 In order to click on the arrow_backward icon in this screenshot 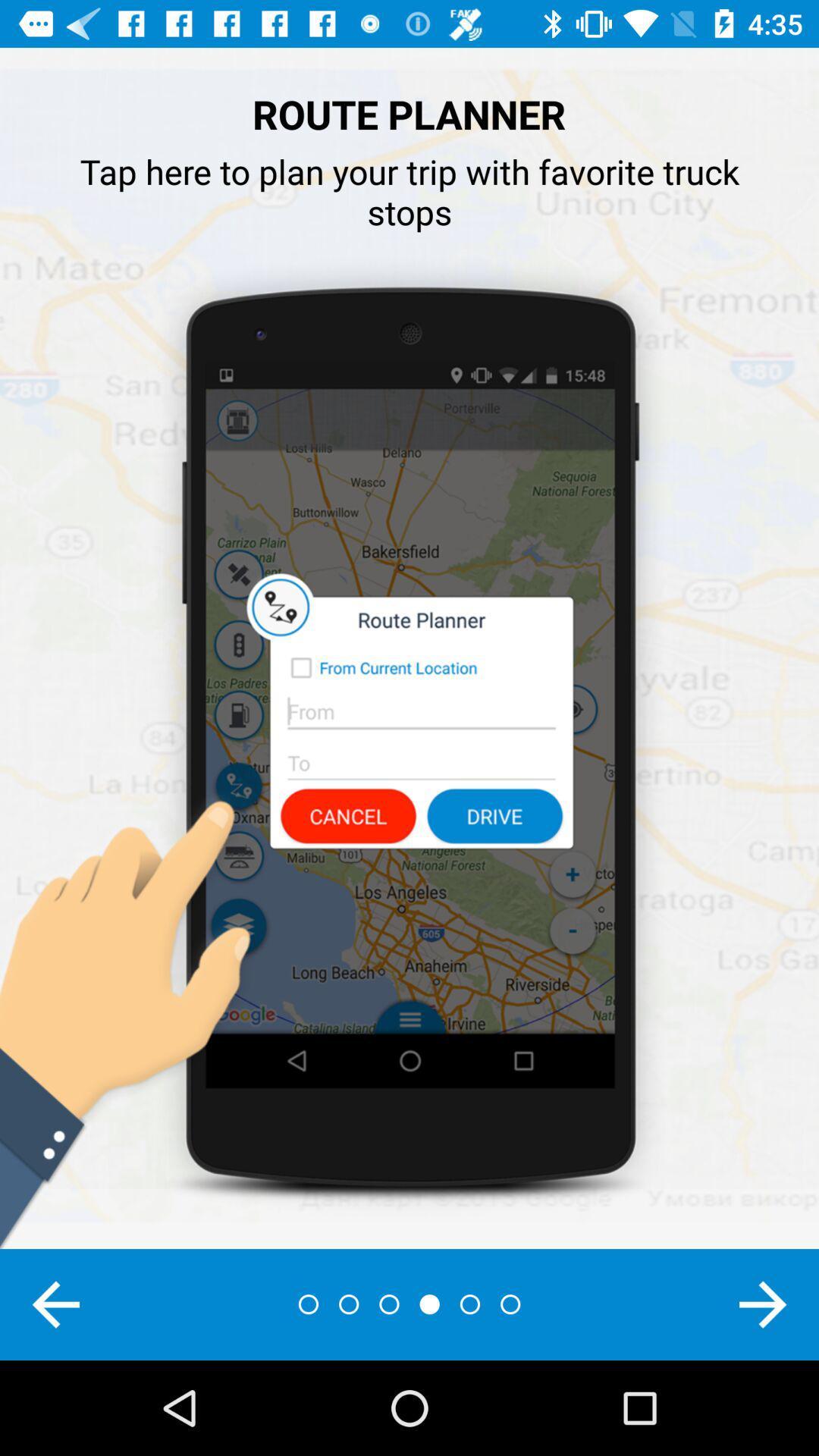, I will do `click(55, 1304)`.